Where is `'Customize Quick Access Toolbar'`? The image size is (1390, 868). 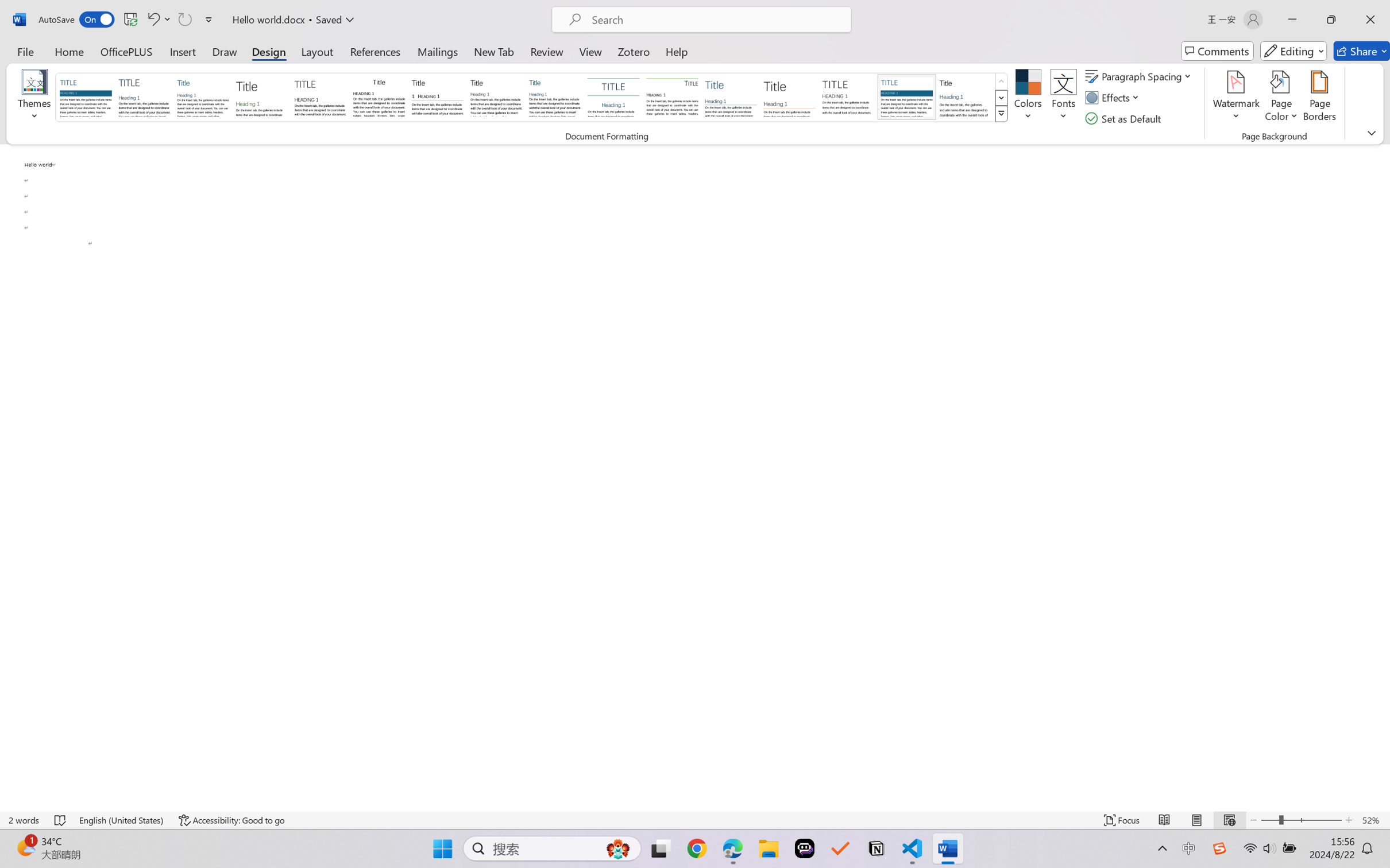 'Customize Quick Access Toolbar' is located at coordinates (208, 19).